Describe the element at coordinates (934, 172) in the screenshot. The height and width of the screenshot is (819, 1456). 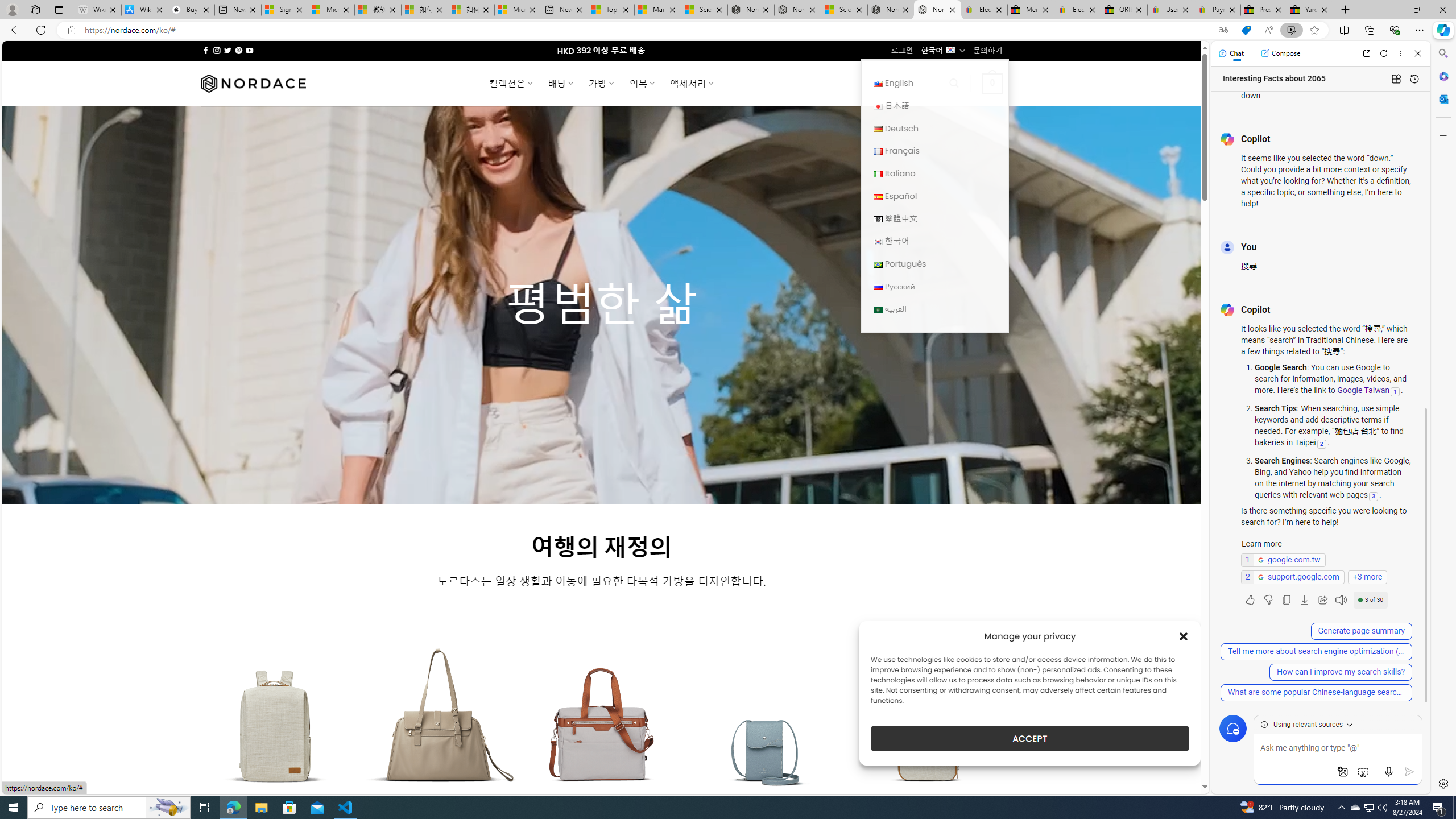
I see `'Italiano Italiano'` at that location.